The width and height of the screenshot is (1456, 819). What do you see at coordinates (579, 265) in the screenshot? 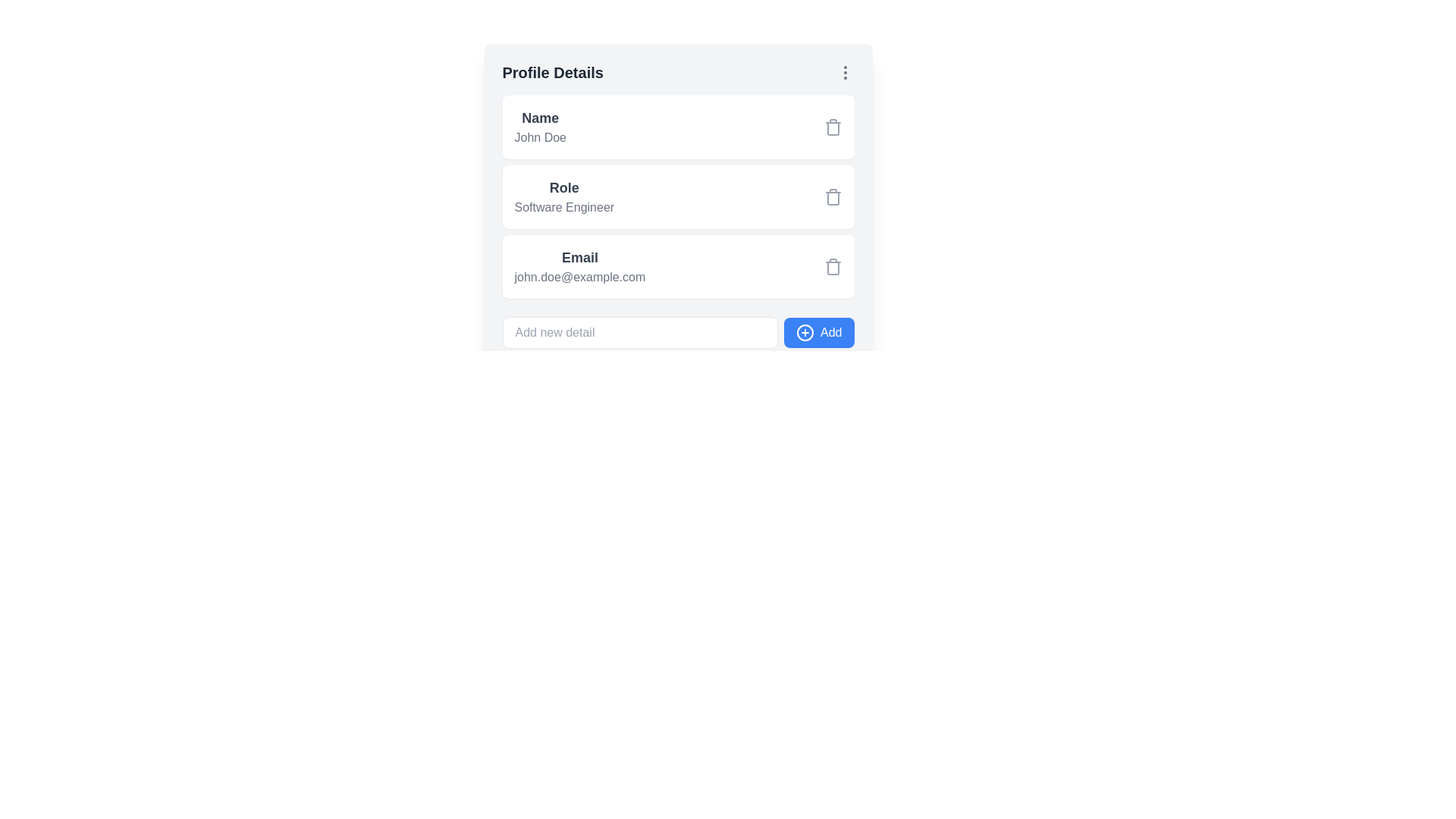
I see `the 'Email' text block element` at bounding box center [579, 265].